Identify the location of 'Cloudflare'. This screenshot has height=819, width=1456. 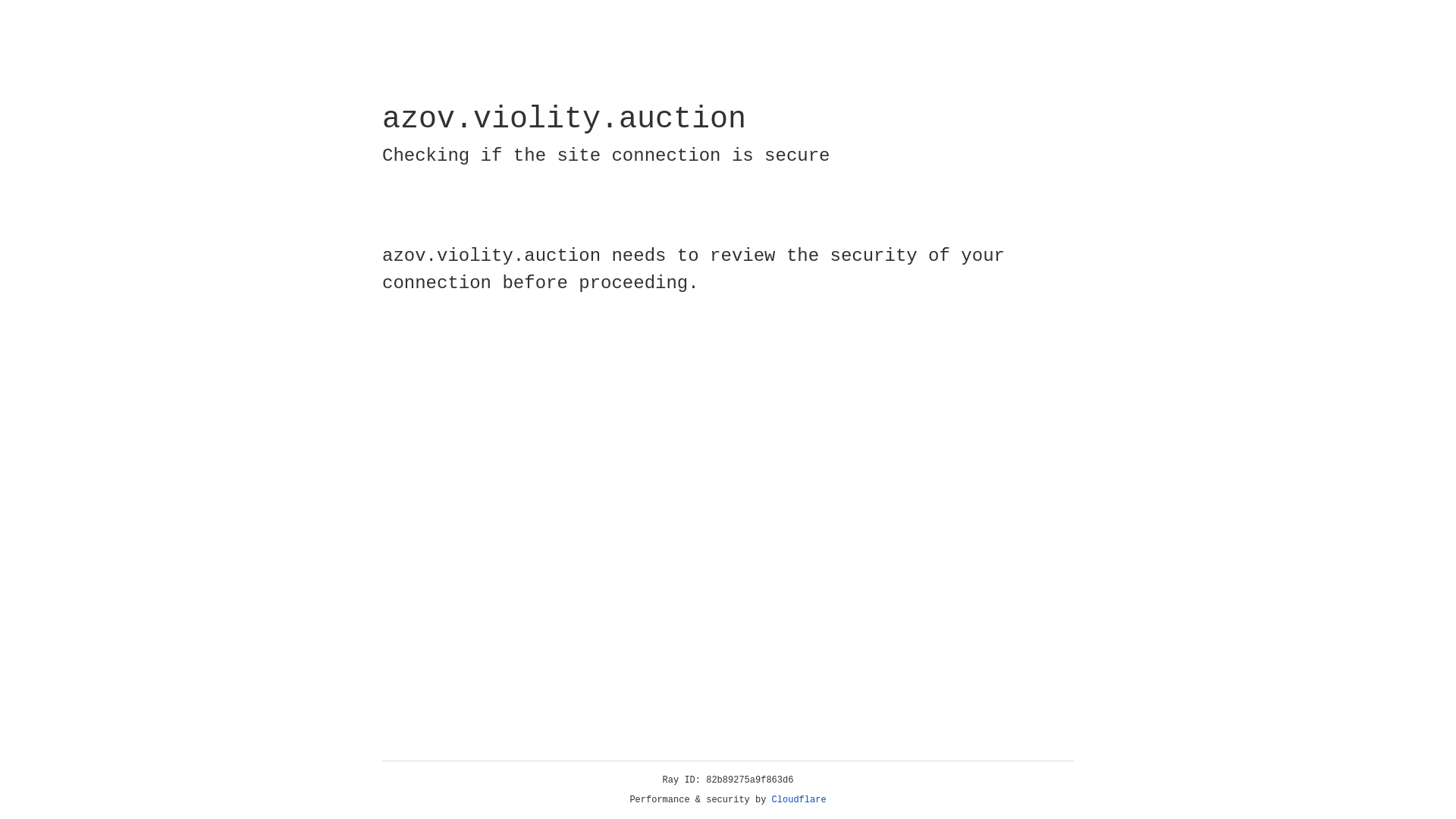
(799, 799).